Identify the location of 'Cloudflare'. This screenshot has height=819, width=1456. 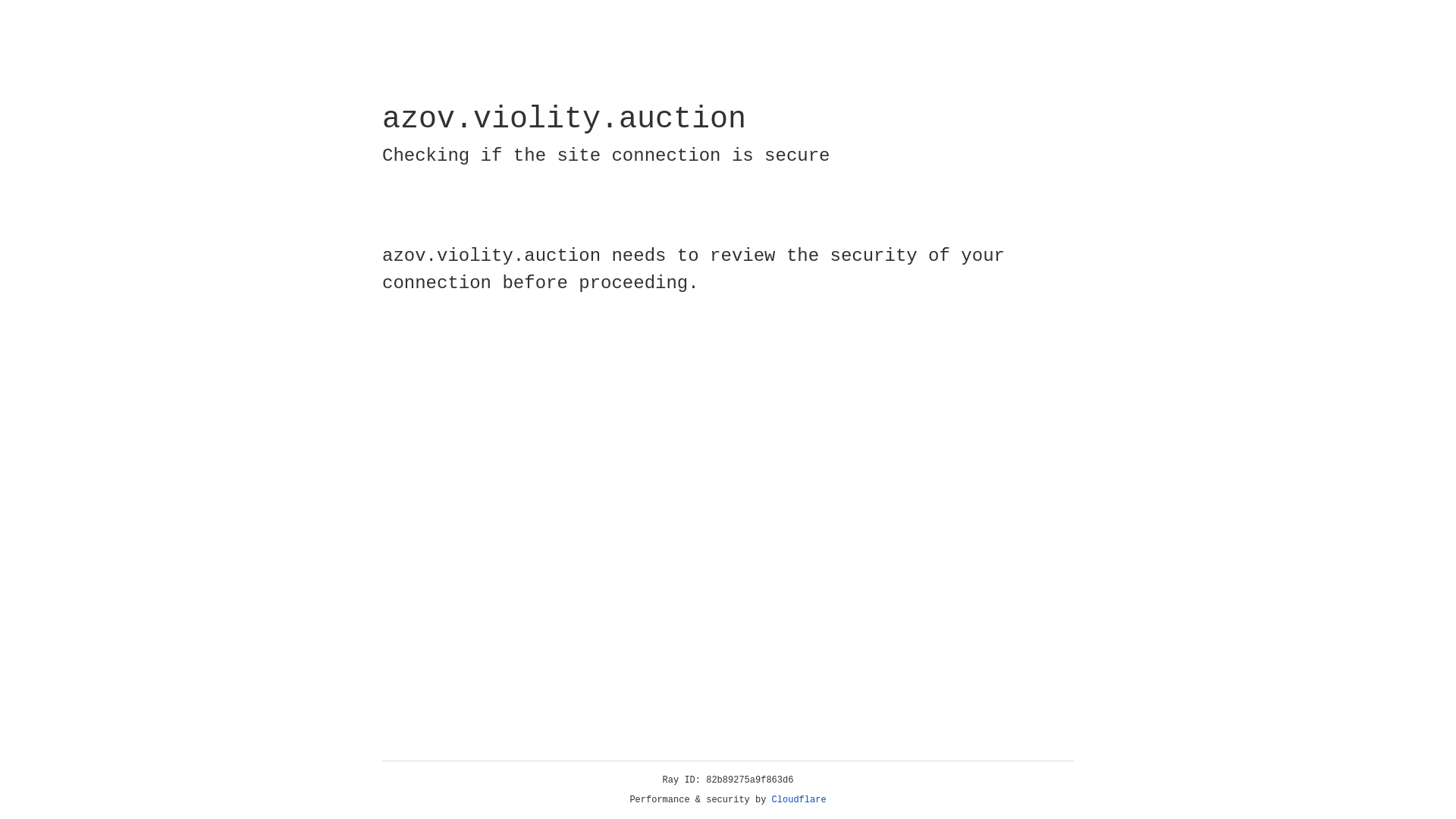
(799, 799).